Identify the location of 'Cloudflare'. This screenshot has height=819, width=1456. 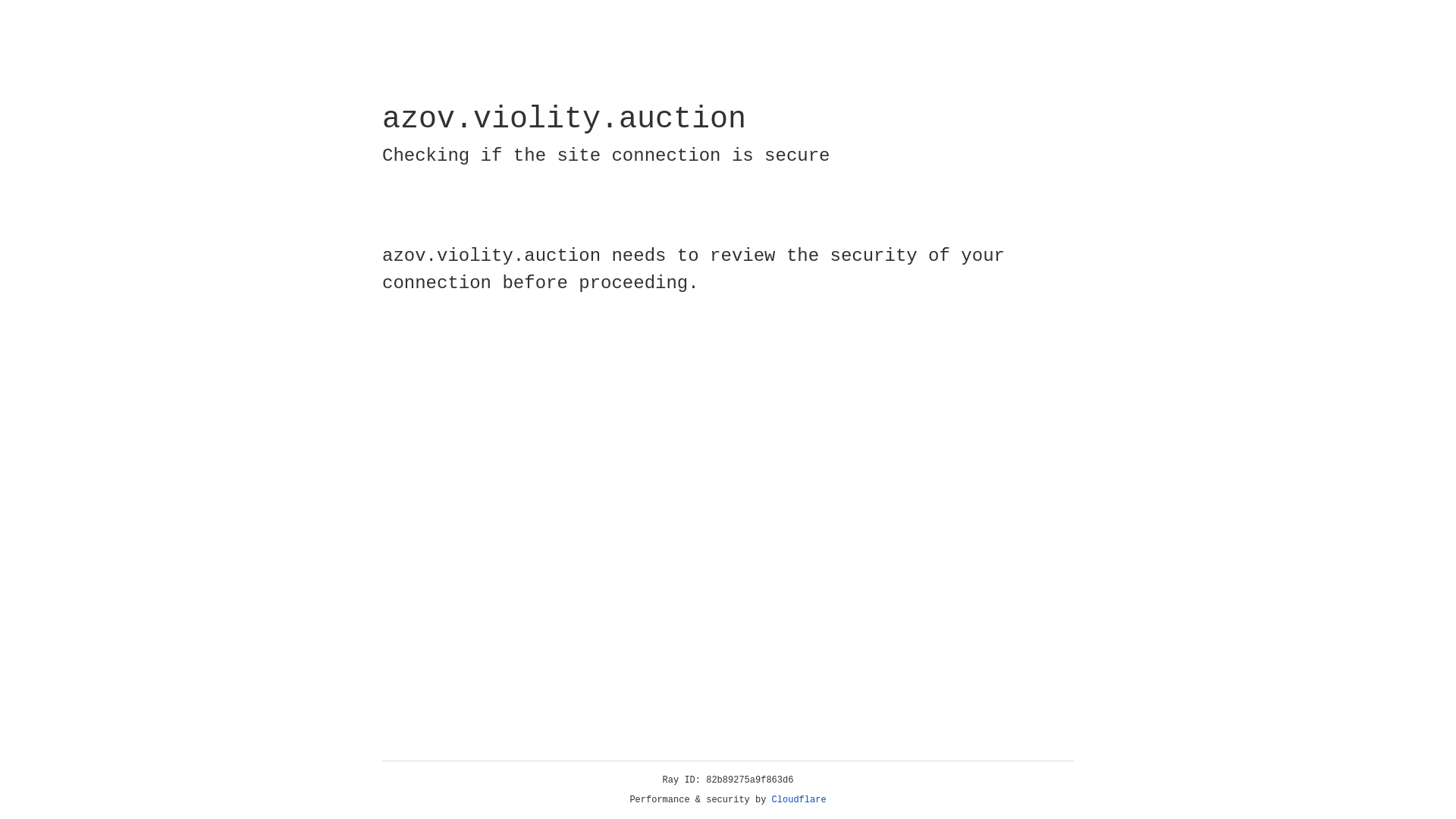
(799, 799).